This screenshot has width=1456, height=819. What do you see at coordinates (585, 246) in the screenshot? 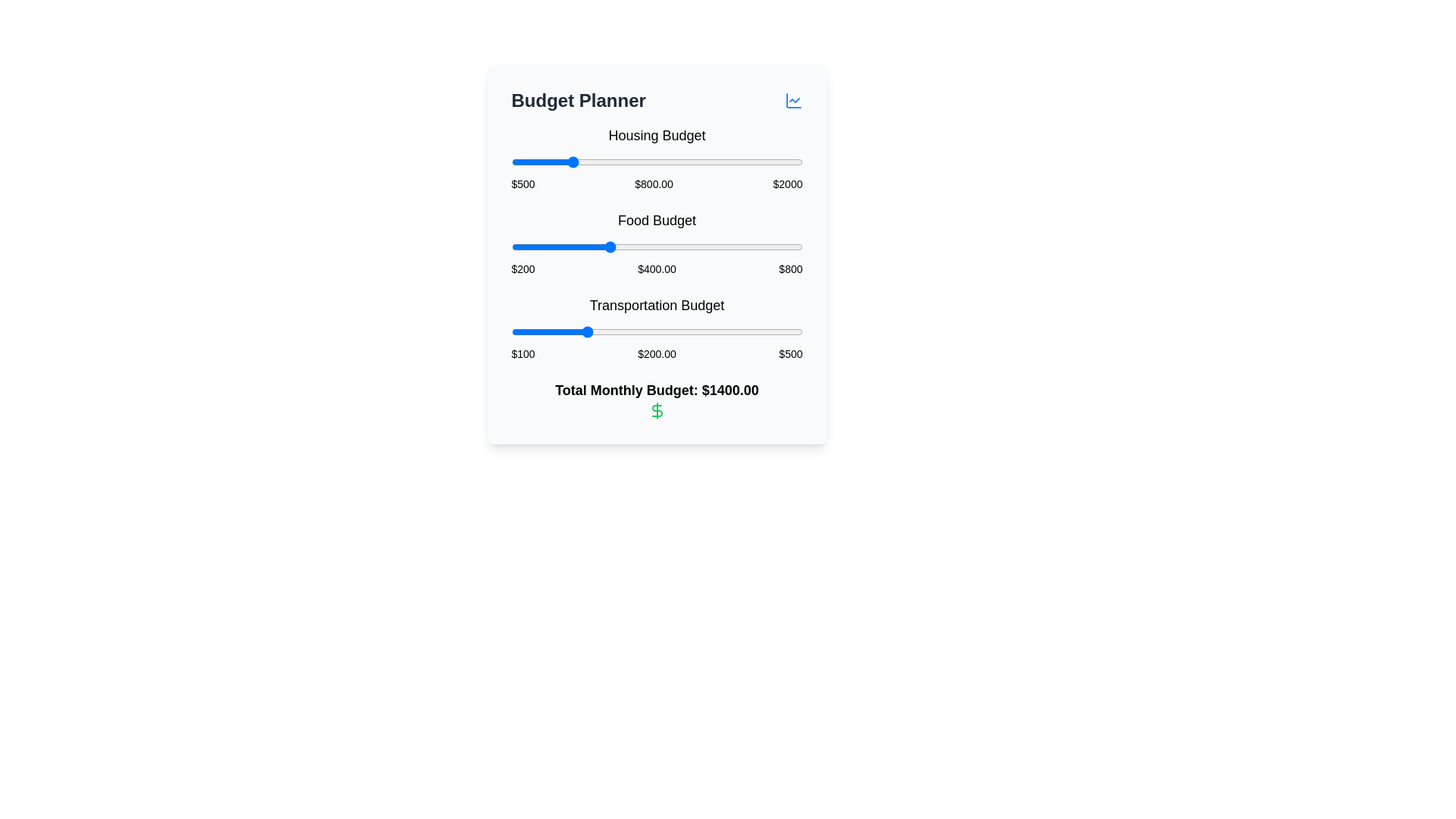
I see `the Food Budget slider value` at bounding box center [585, 246].